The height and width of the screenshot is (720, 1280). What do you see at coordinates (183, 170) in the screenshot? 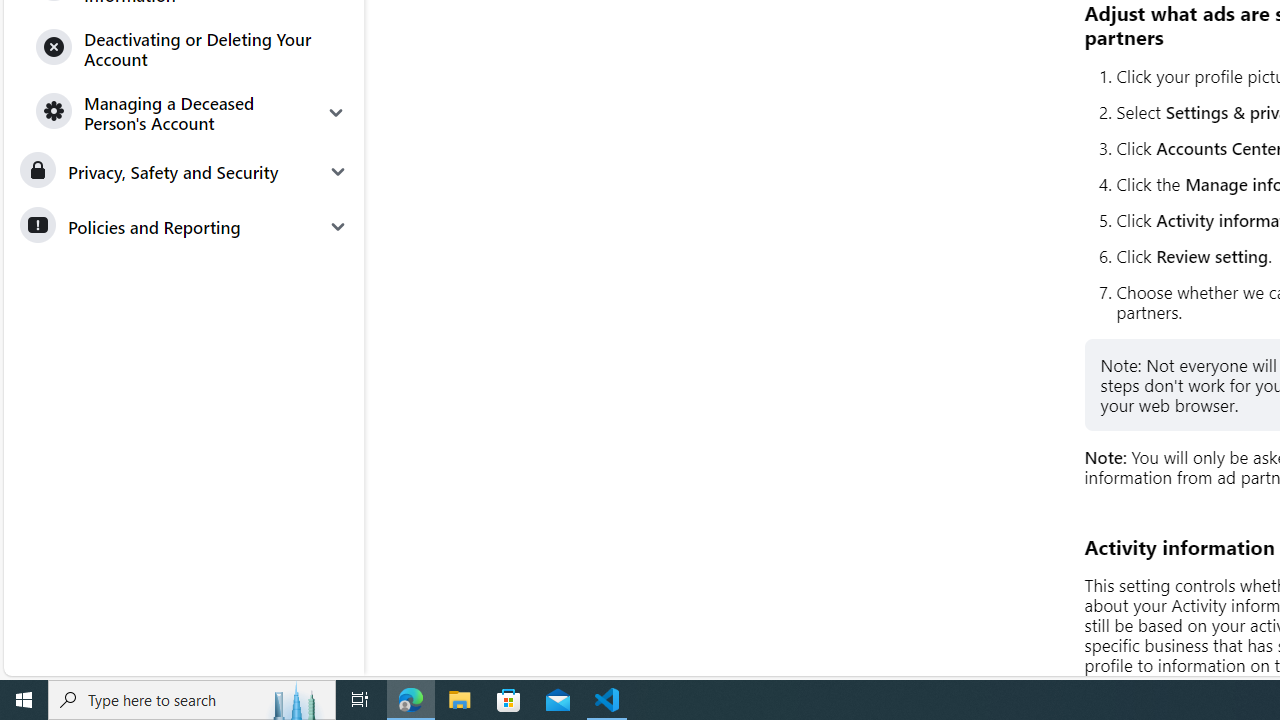
I see `'Privacy, Safety and Security'` at bounding box center [183, 170].